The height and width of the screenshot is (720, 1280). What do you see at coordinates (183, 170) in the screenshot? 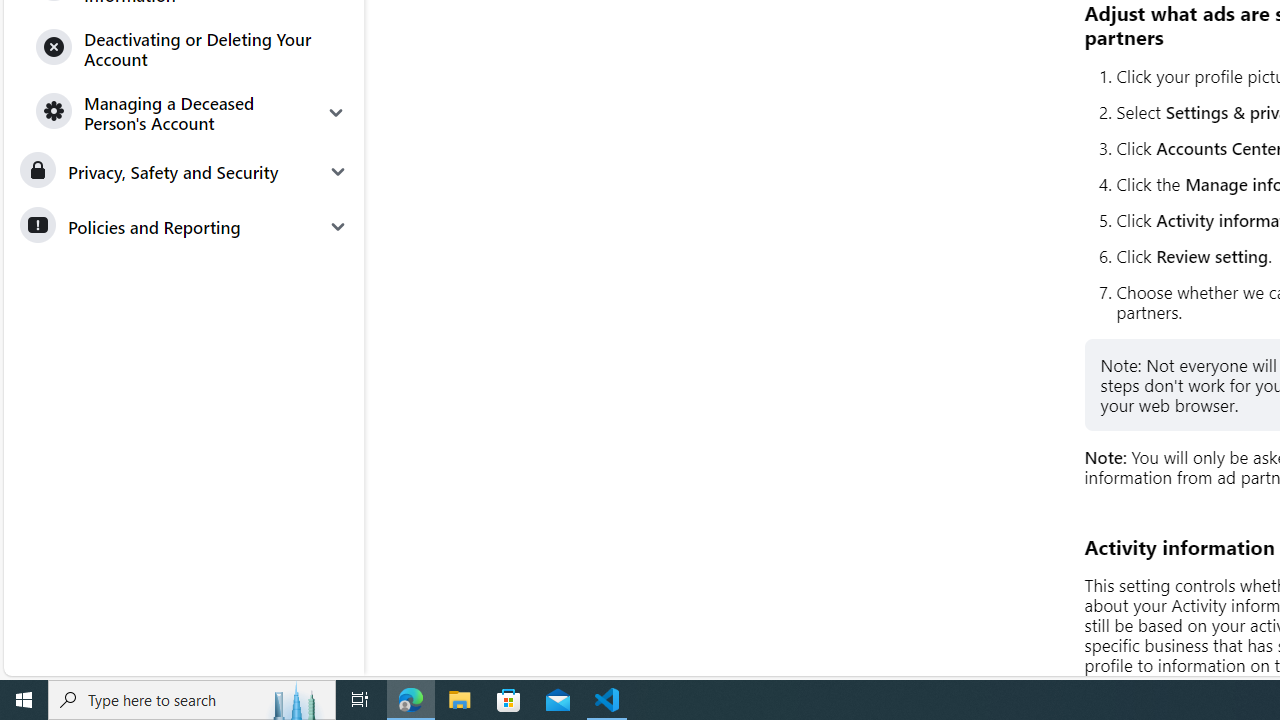
I see `'Privacy, Safety and Security'` at bounding box center [183, 170].